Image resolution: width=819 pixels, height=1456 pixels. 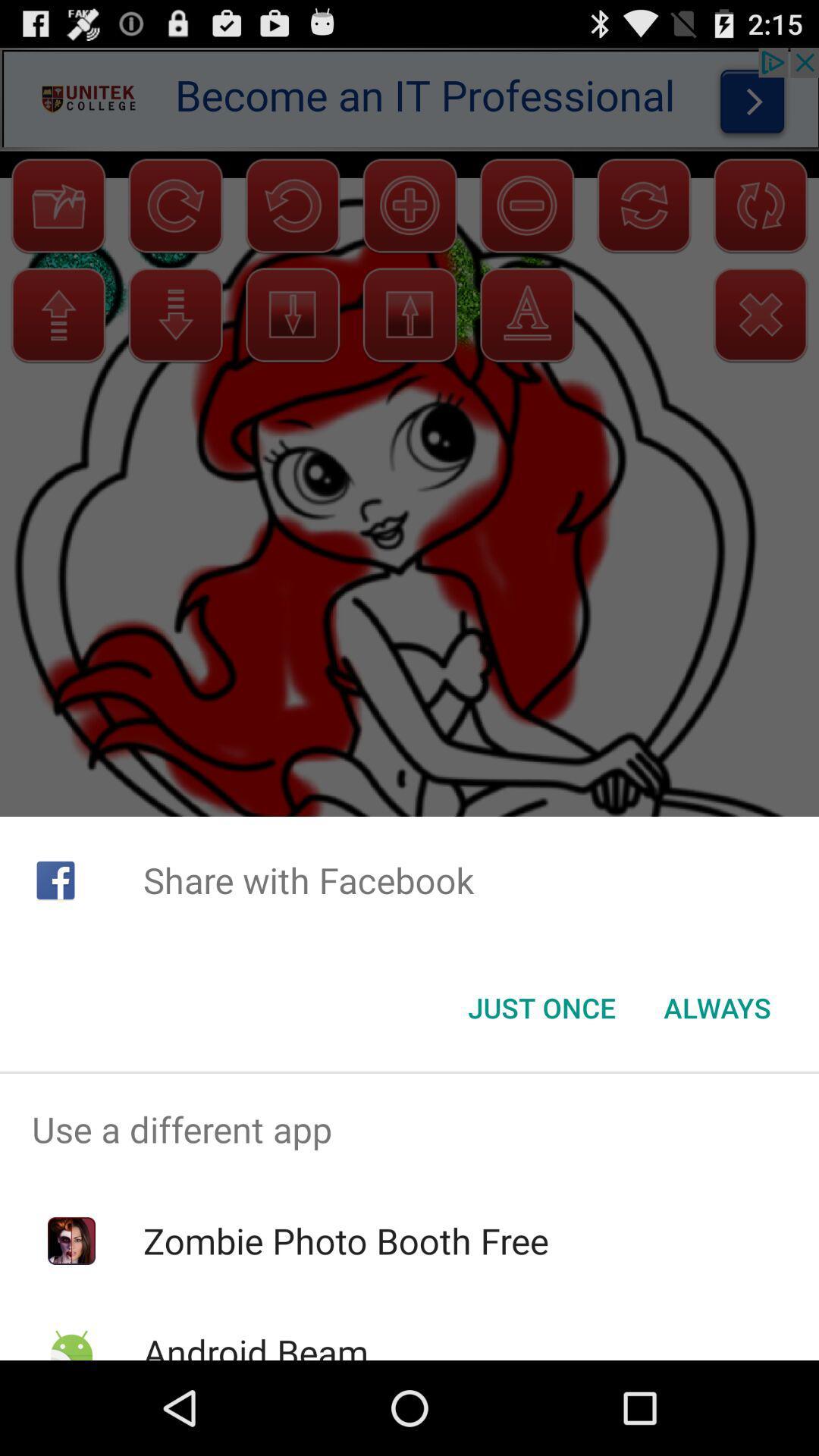 What do you see at coordinates (717, 1008) in the screenshot?
I see `always item` at bounding box center [717, 1008].